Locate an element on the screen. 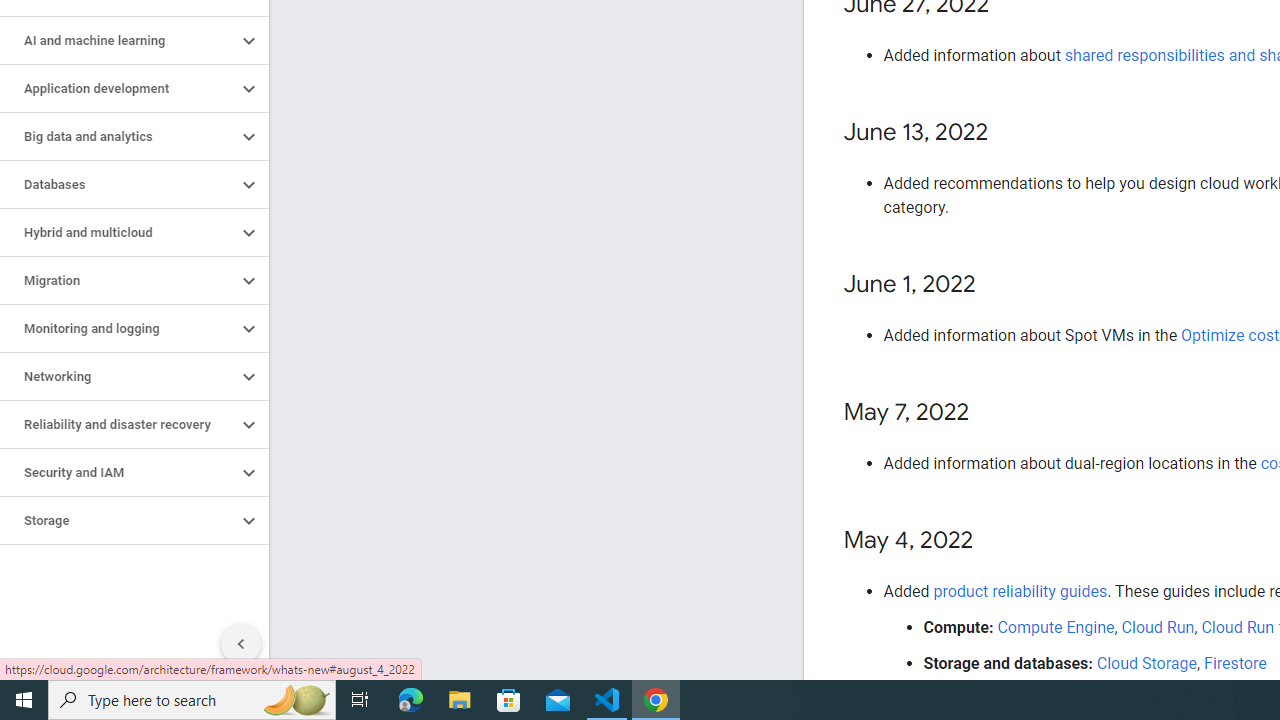 Image resolution: width=1280 pixels, height=720 pixels. 'Compute Engine' is located at coordinates (1055, 626).